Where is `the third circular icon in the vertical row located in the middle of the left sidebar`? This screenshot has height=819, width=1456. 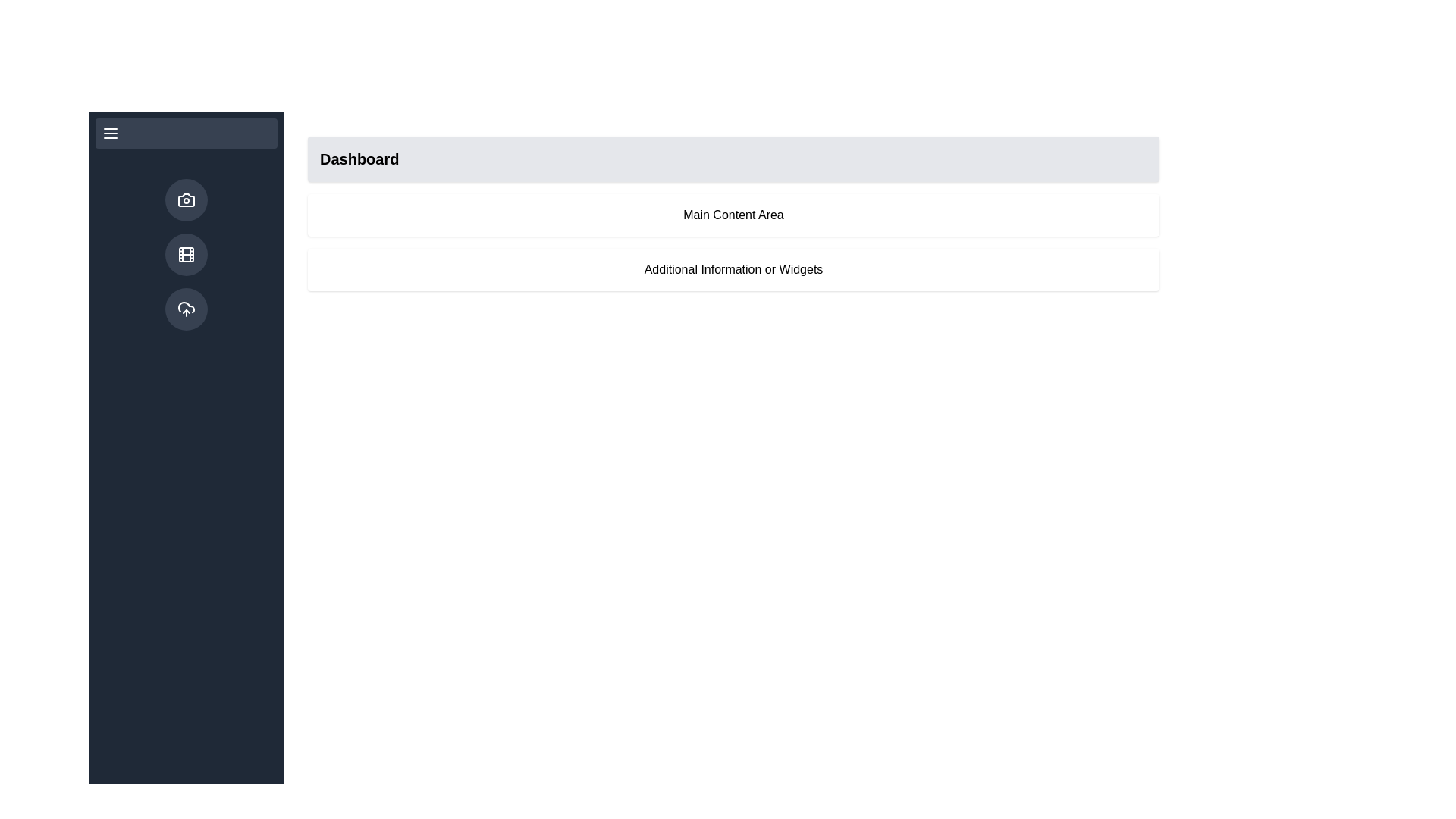
the third circular icon in the vertical row located in the middle of the left sidebar is located at coordinates (185, 309).